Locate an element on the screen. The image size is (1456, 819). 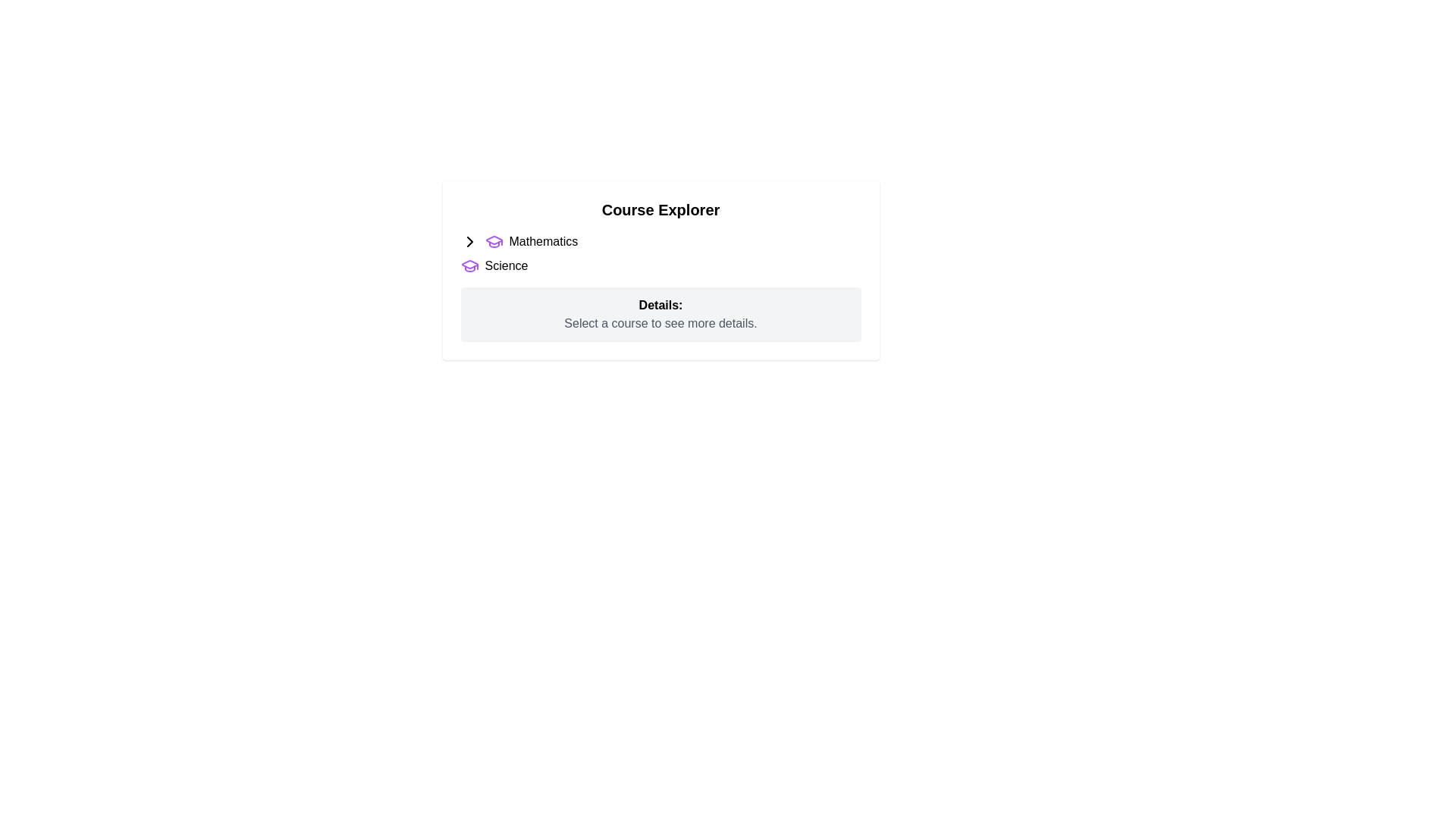
the rightward-facing chevron icon with a thin, dark outline, located adjacent to the text labeled 'Mathematics' is located at coordinates (469, 241).